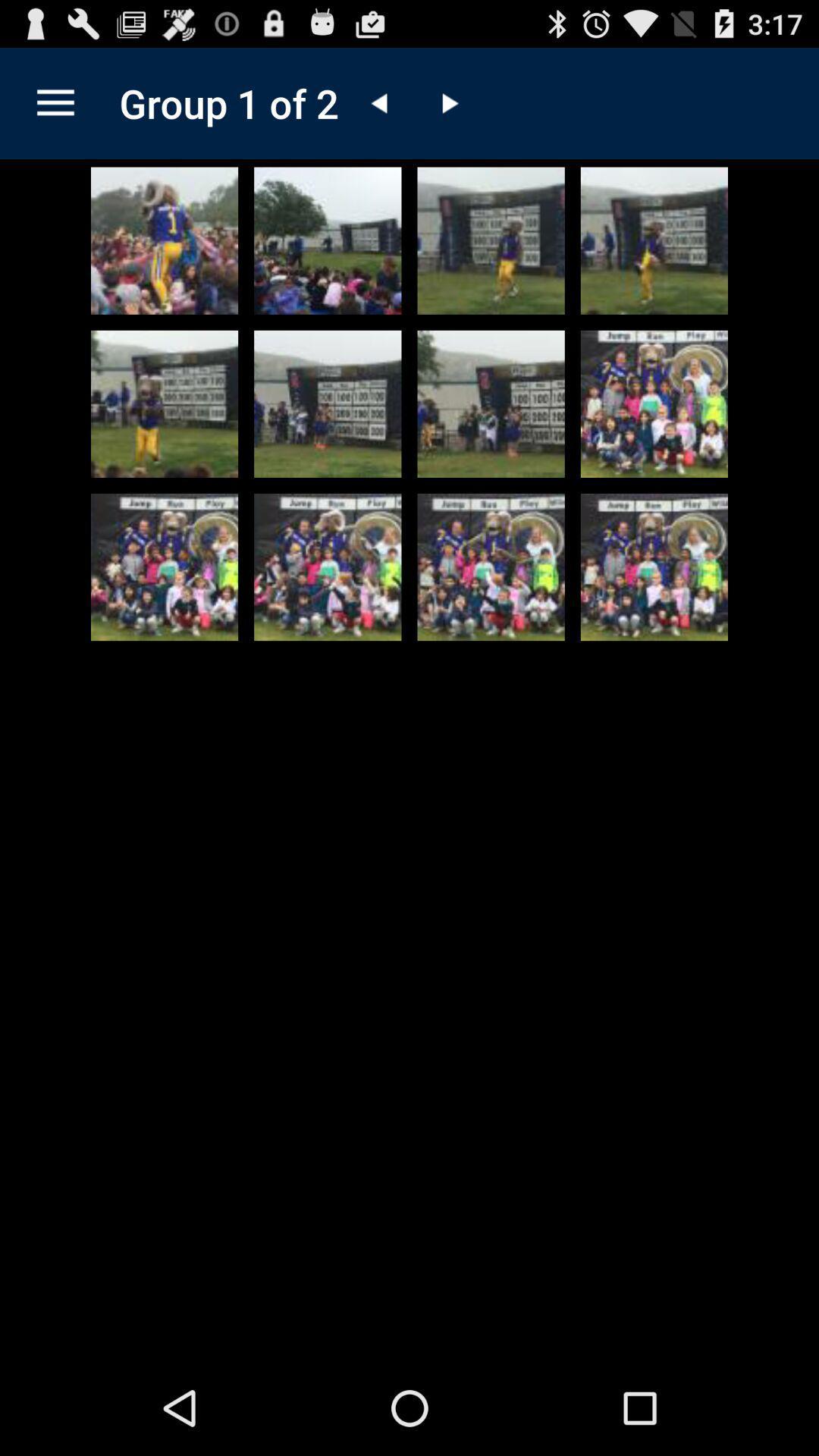  What do you see at coordinates (55, 102) in the screenshot?
I see `open menu` at bounding box center [55, 102].